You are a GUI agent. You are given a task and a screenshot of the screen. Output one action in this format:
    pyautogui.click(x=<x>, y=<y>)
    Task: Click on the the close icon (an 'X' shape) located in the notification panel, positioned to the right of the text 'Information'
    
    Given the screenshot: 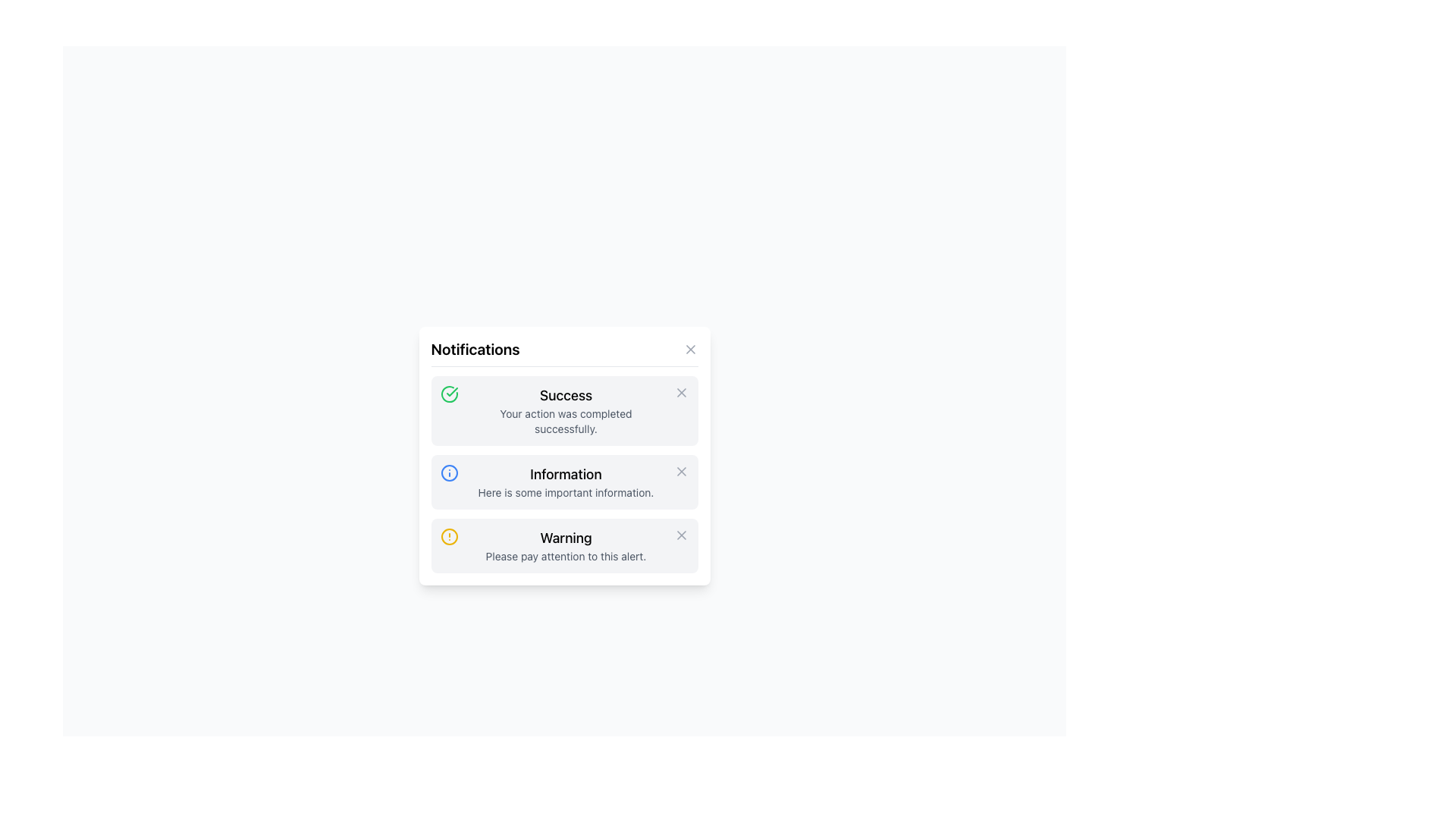 What is the action you would take?
    pyautogui.click(x=680, y=470)
    